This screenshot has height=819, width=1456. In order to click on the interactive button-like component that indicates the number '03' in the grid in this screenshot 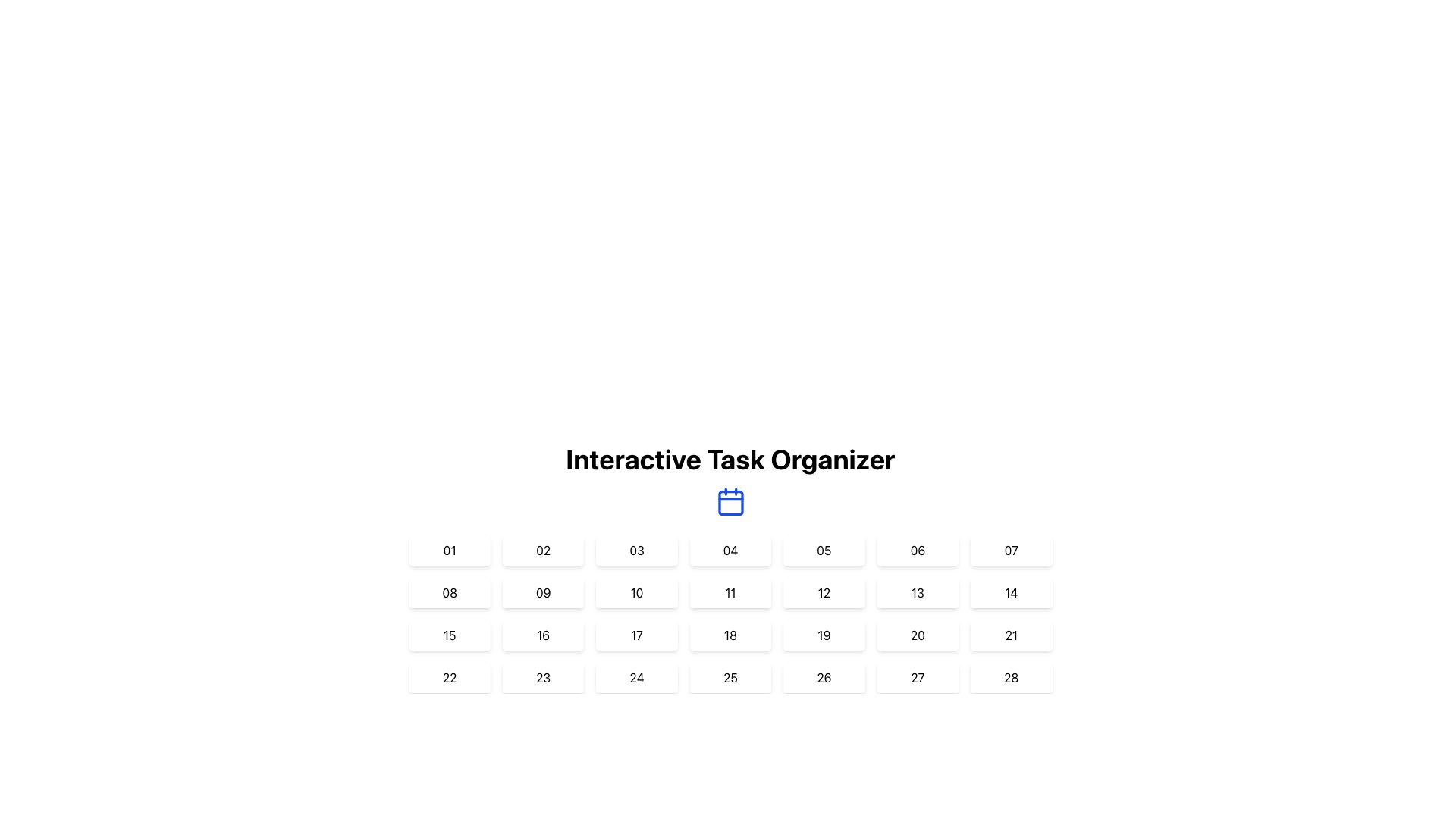, I will do `click(637, 550)`.